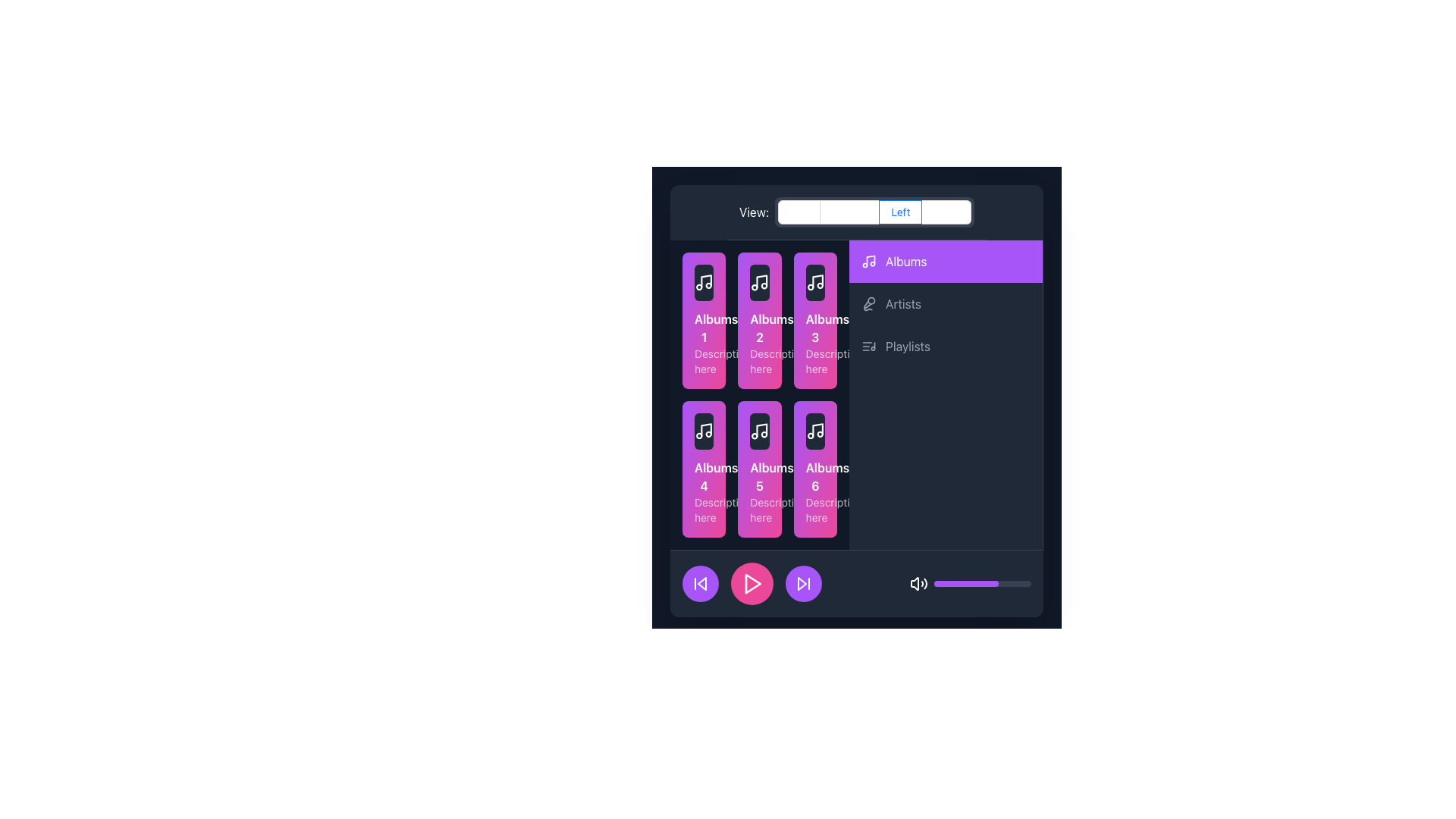 The height and width of the screenshot is (819, 1456). I want to click on the volume, so click(938, 583).